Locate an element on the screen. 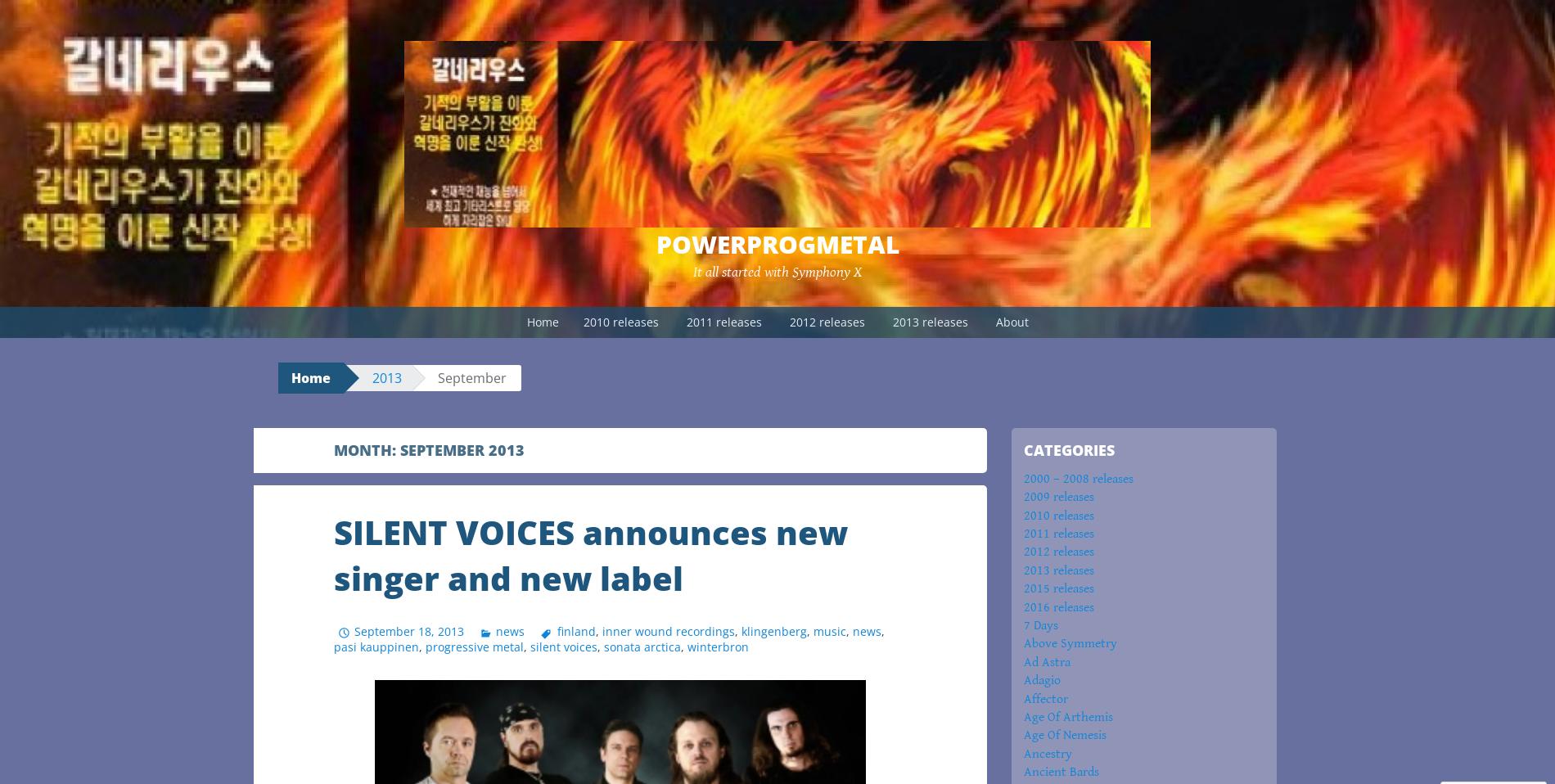  '7 Days' is located at coordinates (1040, 624).